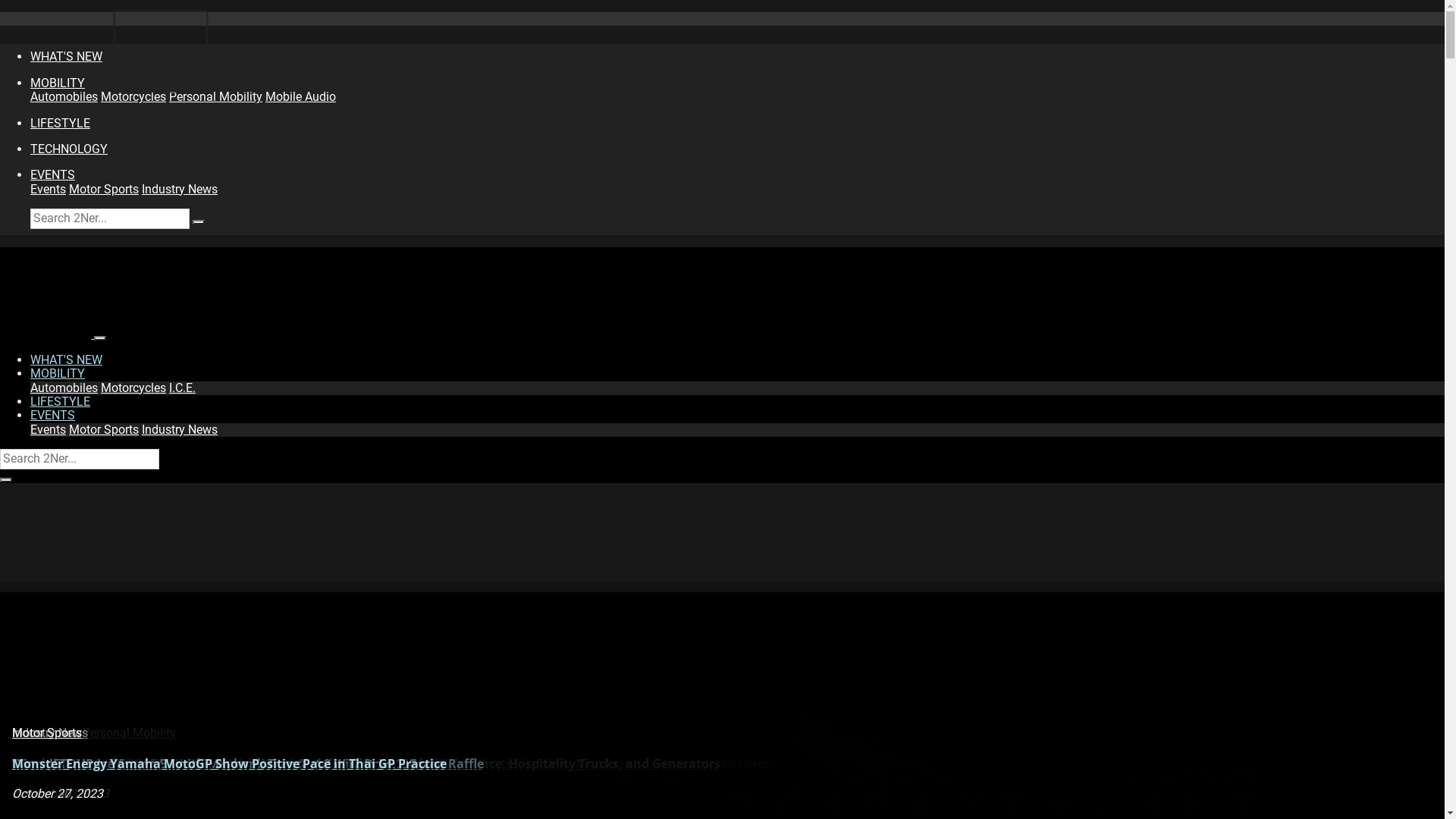  What do you see at coordinates (52, 174) in the screenshot?
I see `'EVENTS'` at bounding box center [52, 174].